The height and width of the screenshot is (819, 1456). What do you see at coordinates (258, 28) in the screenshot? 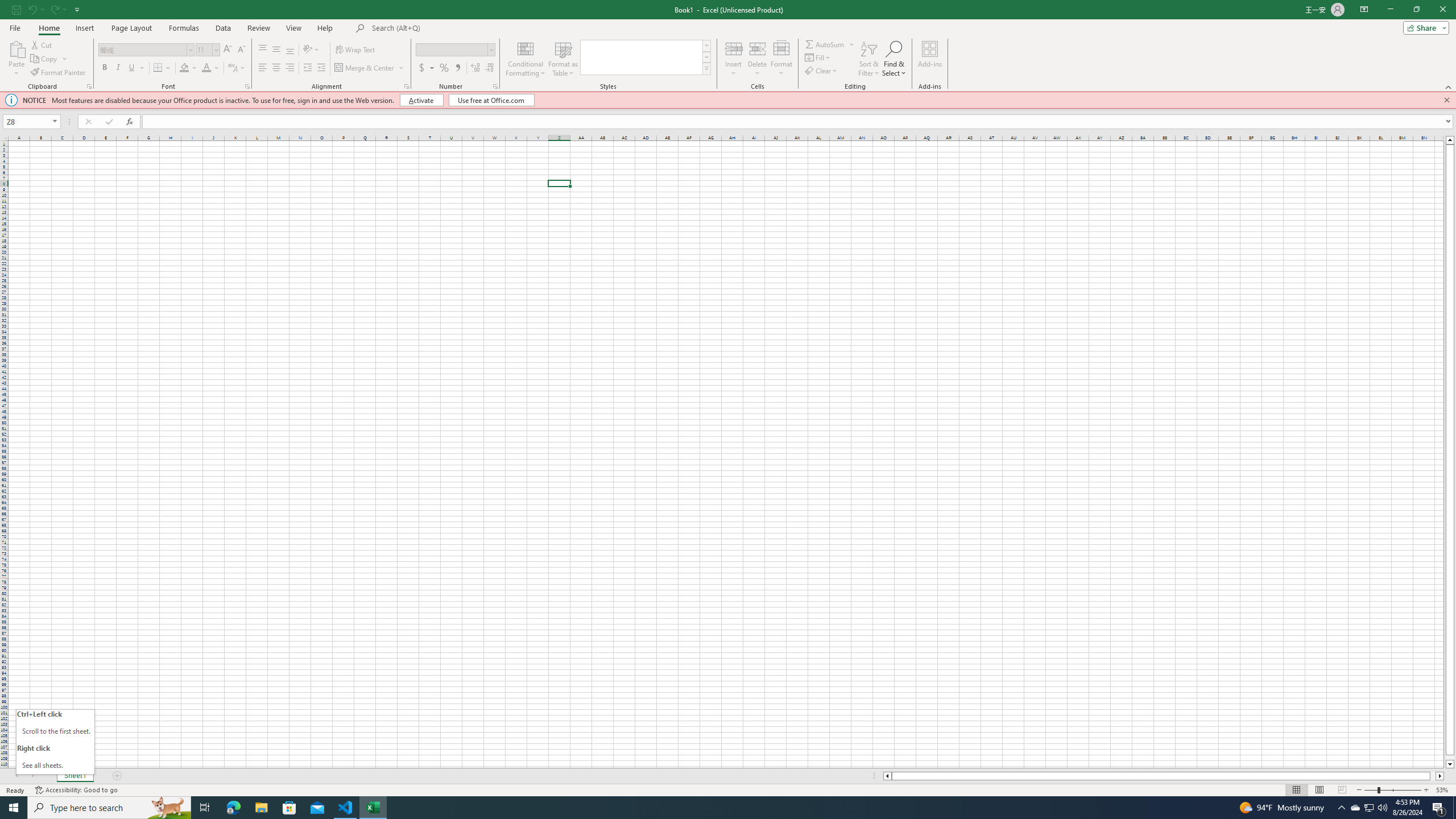
I see `'Review'` at bounding box center [258, 28].